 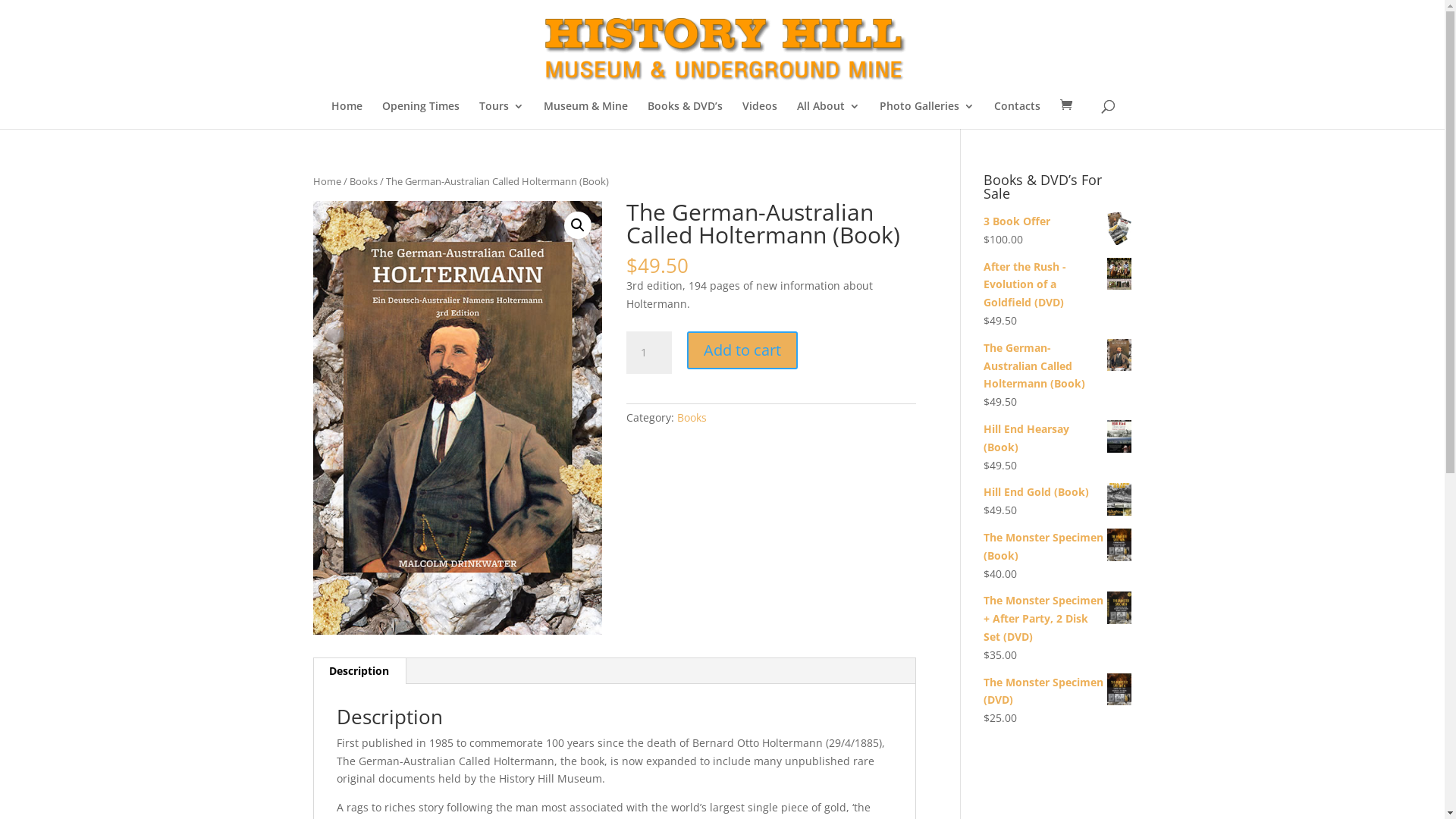 What do you see at coordinates (1056, 491) in the screenshot?
I see `'Hill End Gold (Book)'` at bounding box center [1056, 491].